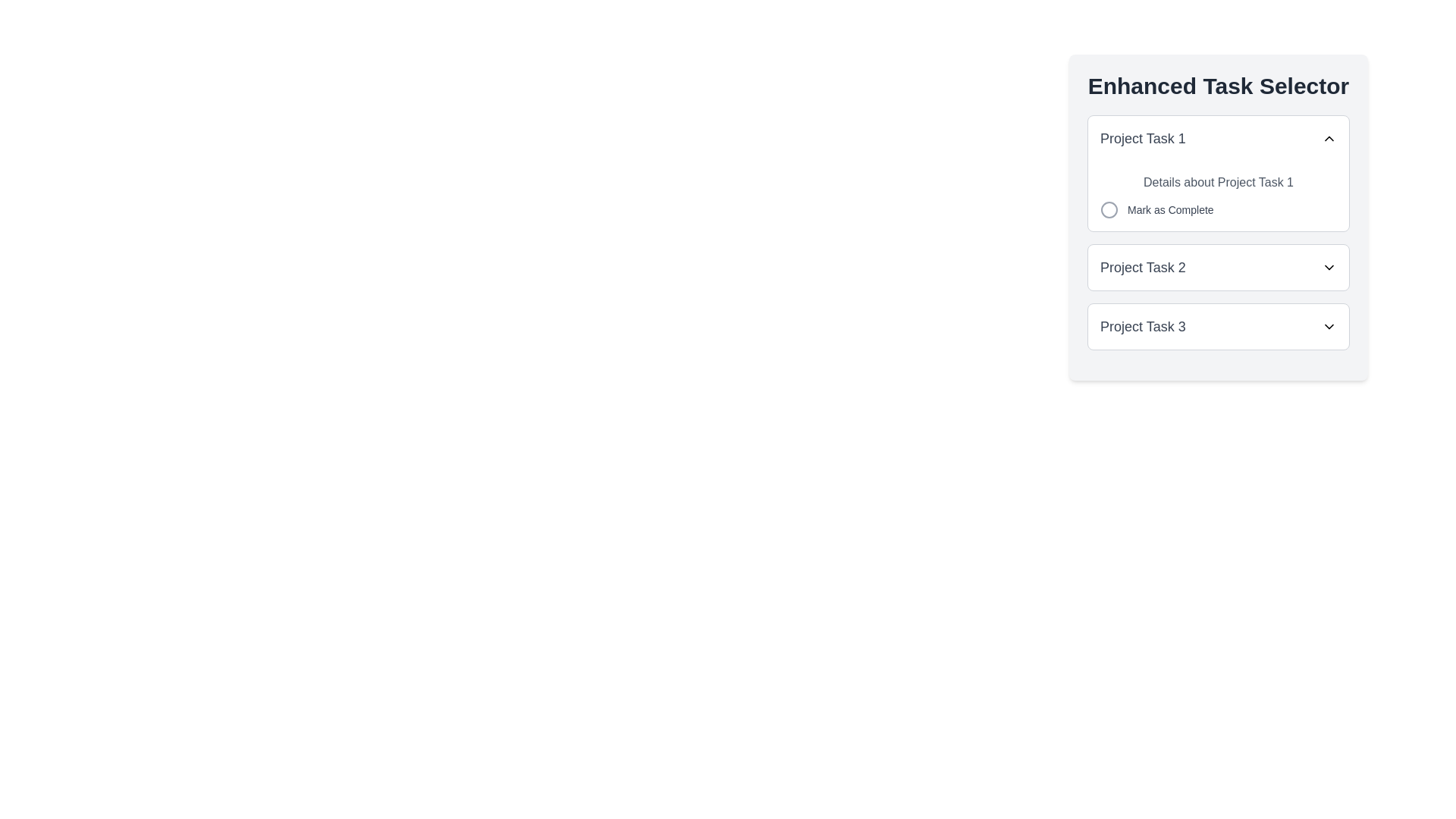 This screenshot has height=819, width=1456. Describe the element at coordinates (1143, 138) in the screenshot. I see `the text label on the left side of the task preview box` at that location.